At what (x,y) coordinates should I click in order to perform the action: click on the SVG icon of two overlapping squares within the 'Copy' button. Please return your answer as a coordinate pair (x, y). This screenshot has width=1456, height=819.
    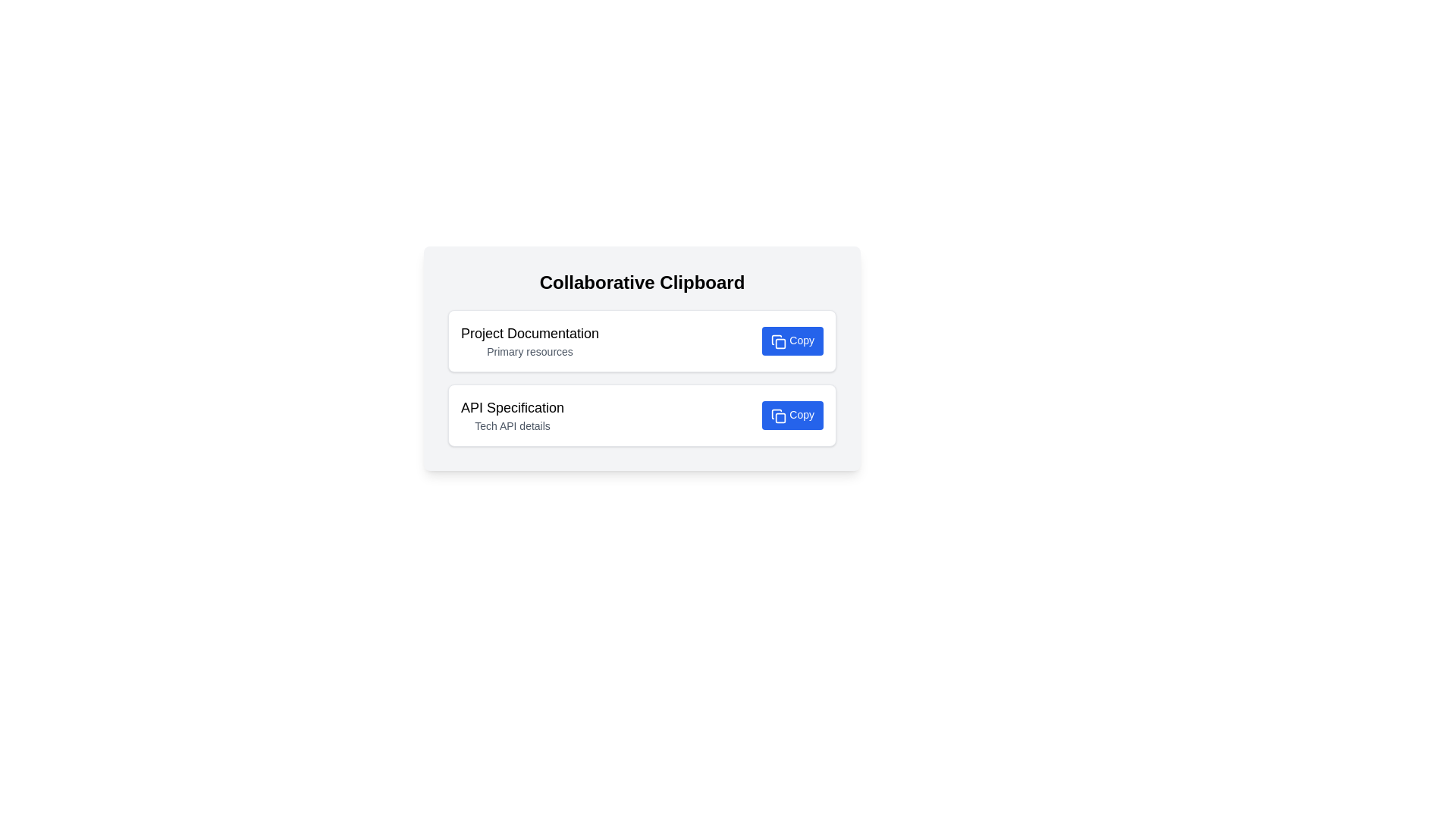
    Looking at the image, I should click on (779, 416).